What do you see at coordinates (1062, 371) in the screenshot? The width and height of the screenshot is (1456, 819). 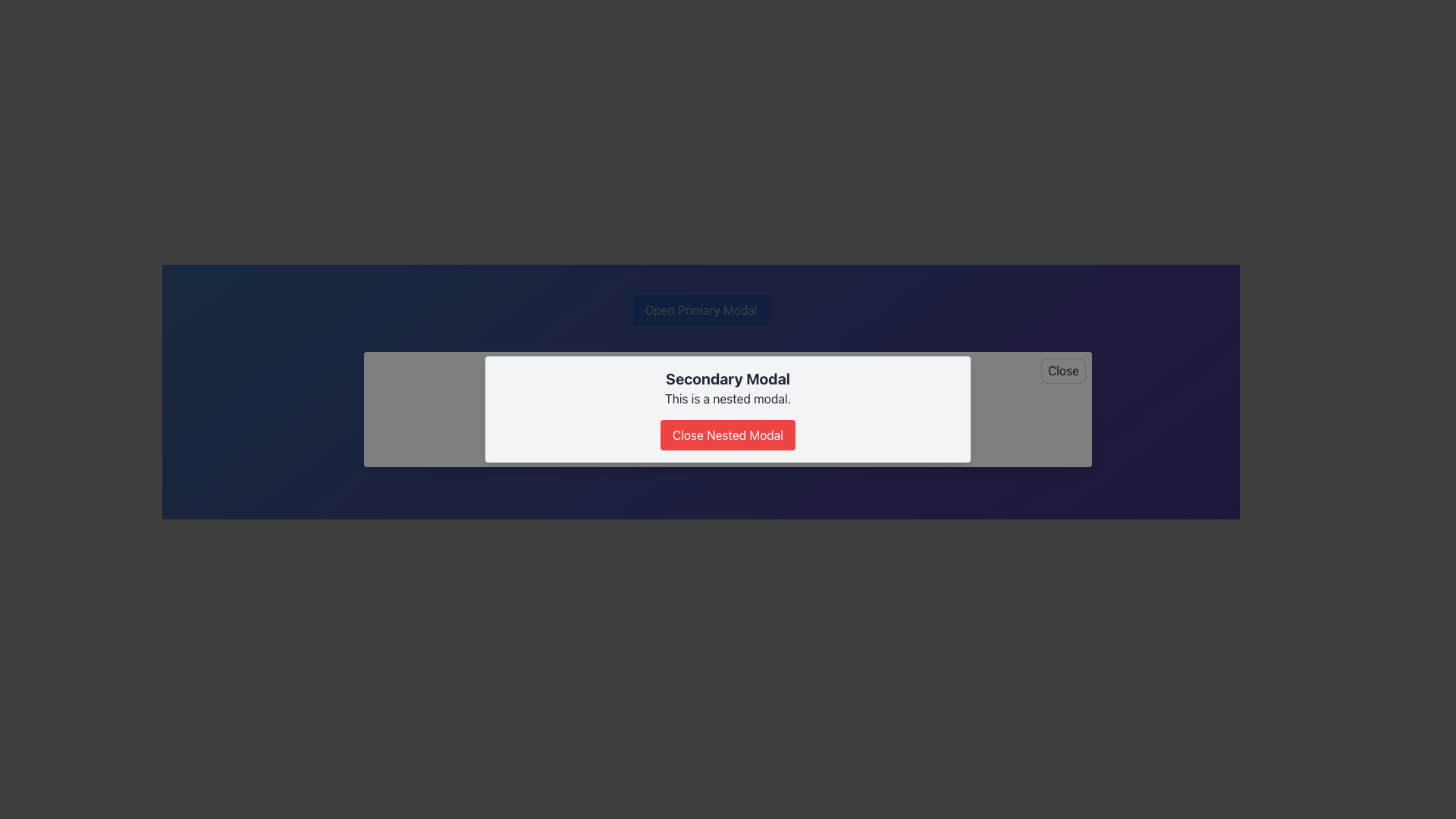 I see `the close button located in the top-right corner of the modal` at bounding box center [1062, 371].